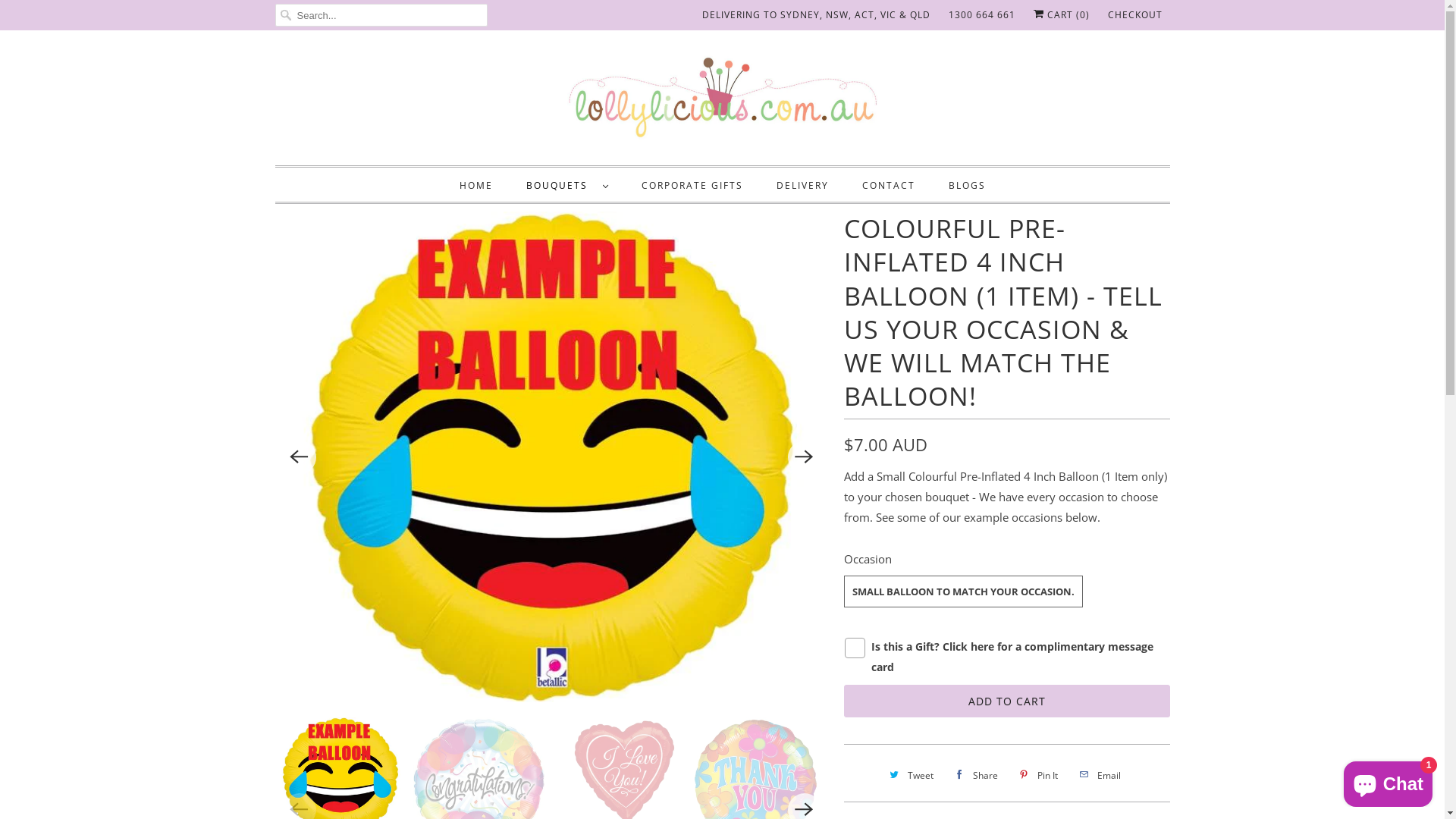 The image size is (1456, 819). What do you see at coordinates (1098, 775) in the screenshot?
I see `'Email'` at bounding box center [1098, 775].